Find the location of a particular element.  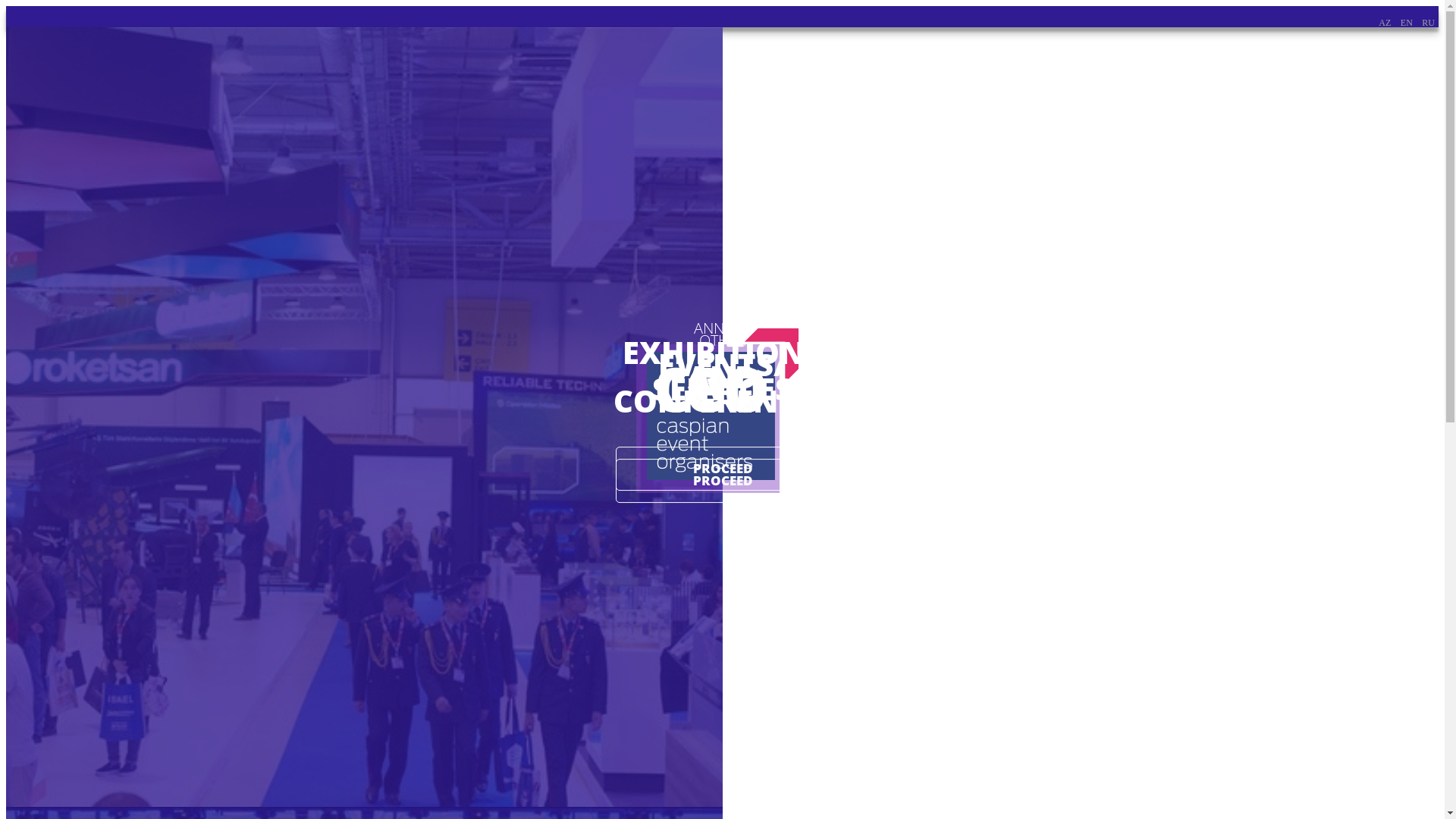

'PROCEED' is located at coordinates (721, 467).